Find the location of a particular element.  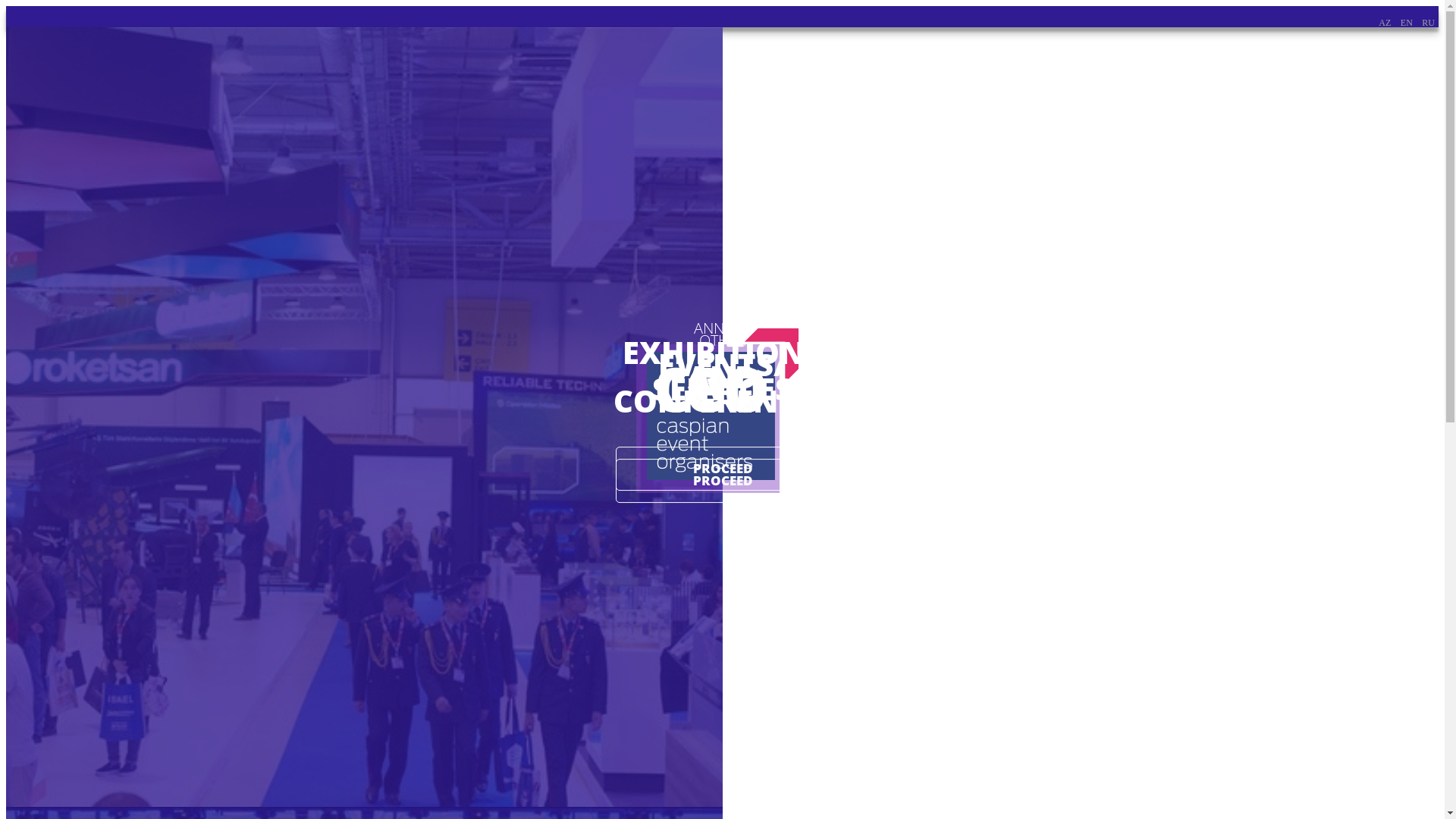

'PROCEED' is located at coordinates (721, 467).